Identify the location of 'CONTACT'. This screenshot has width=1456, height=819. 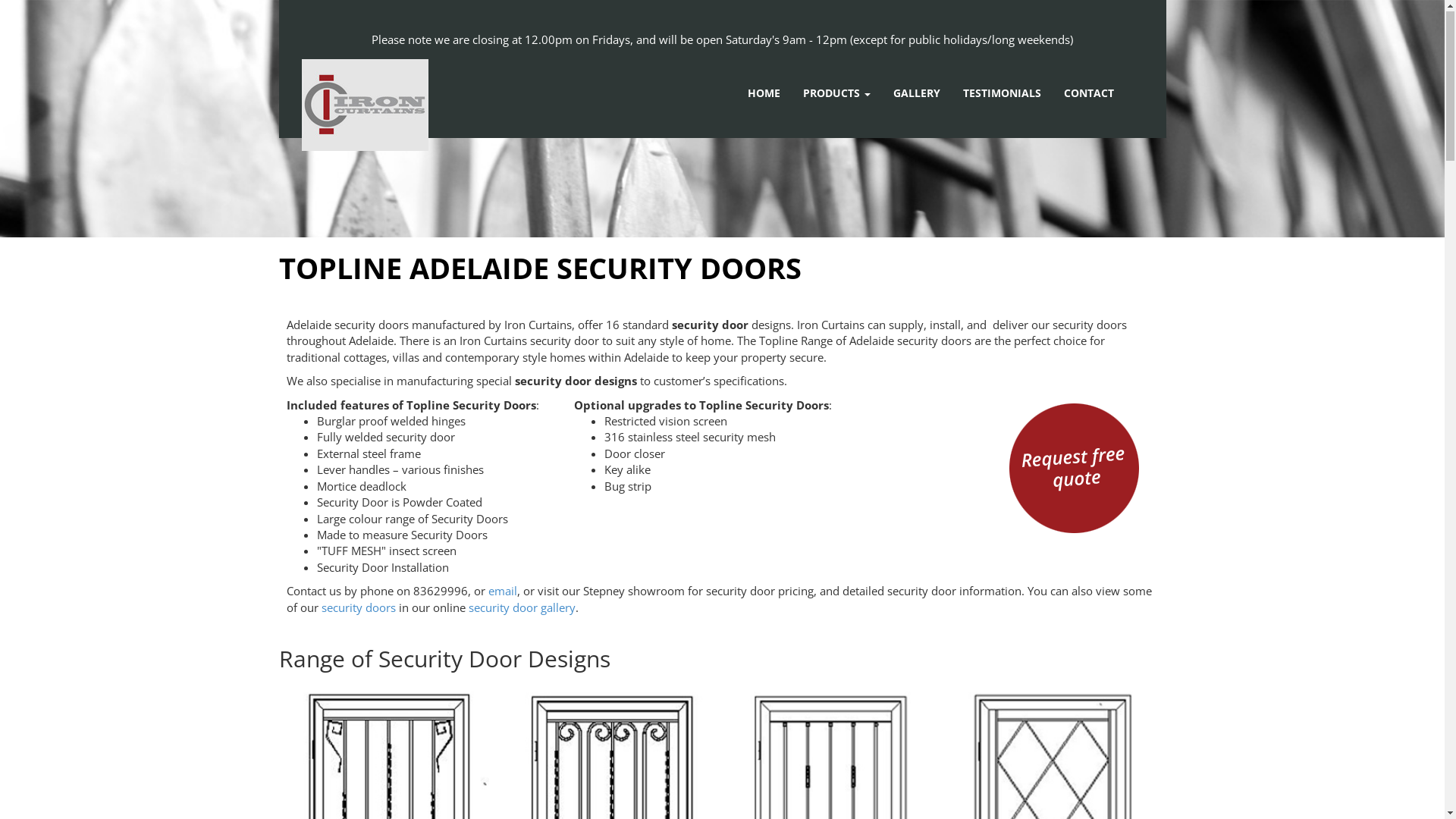
(1087, 93).